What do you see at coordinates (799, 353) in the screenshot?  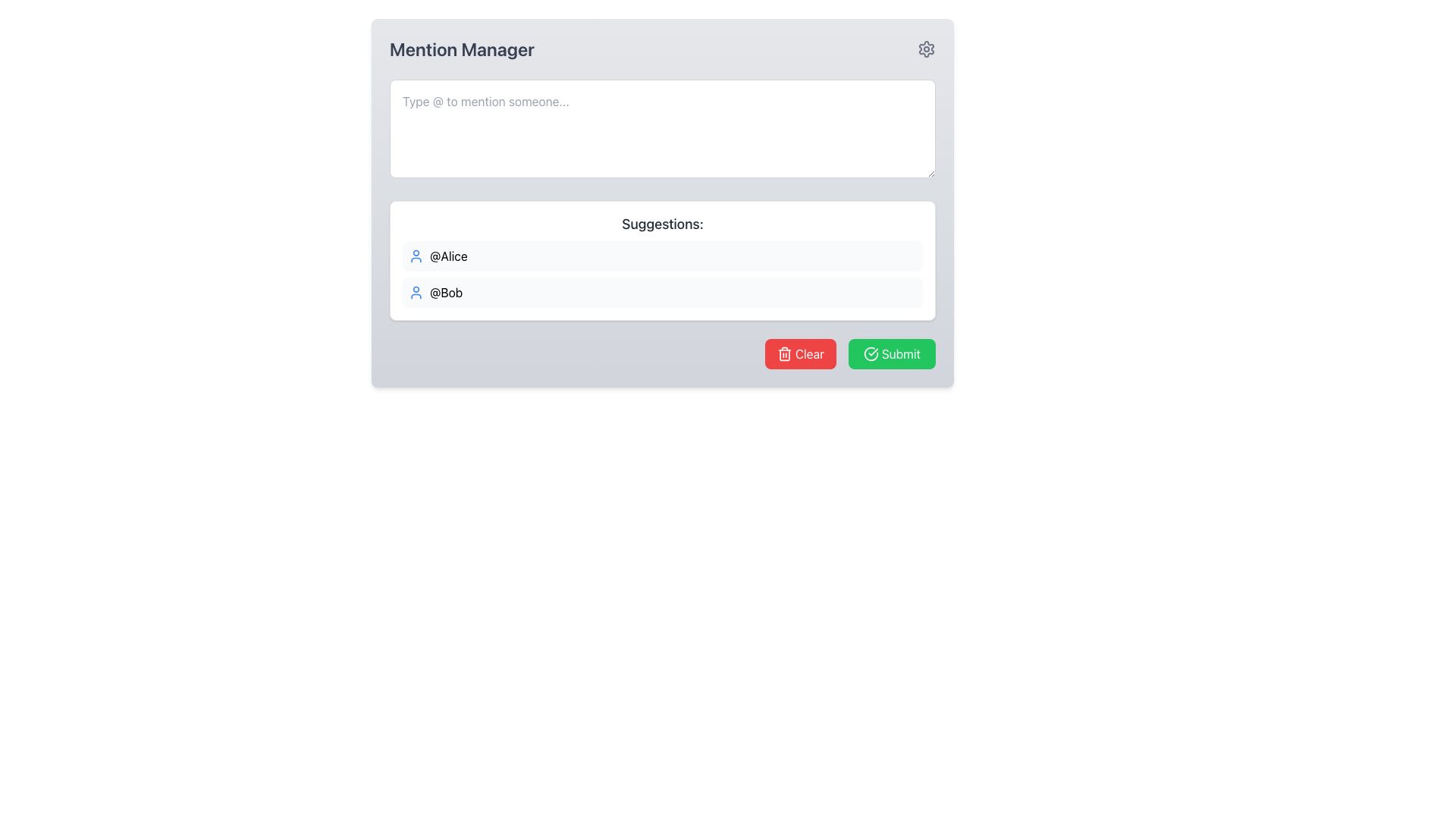 I see `the 'Clear' button, which is the first button in the horizontal grouping at the bottom-right corner of the interface` at bounding box center [799, 353].